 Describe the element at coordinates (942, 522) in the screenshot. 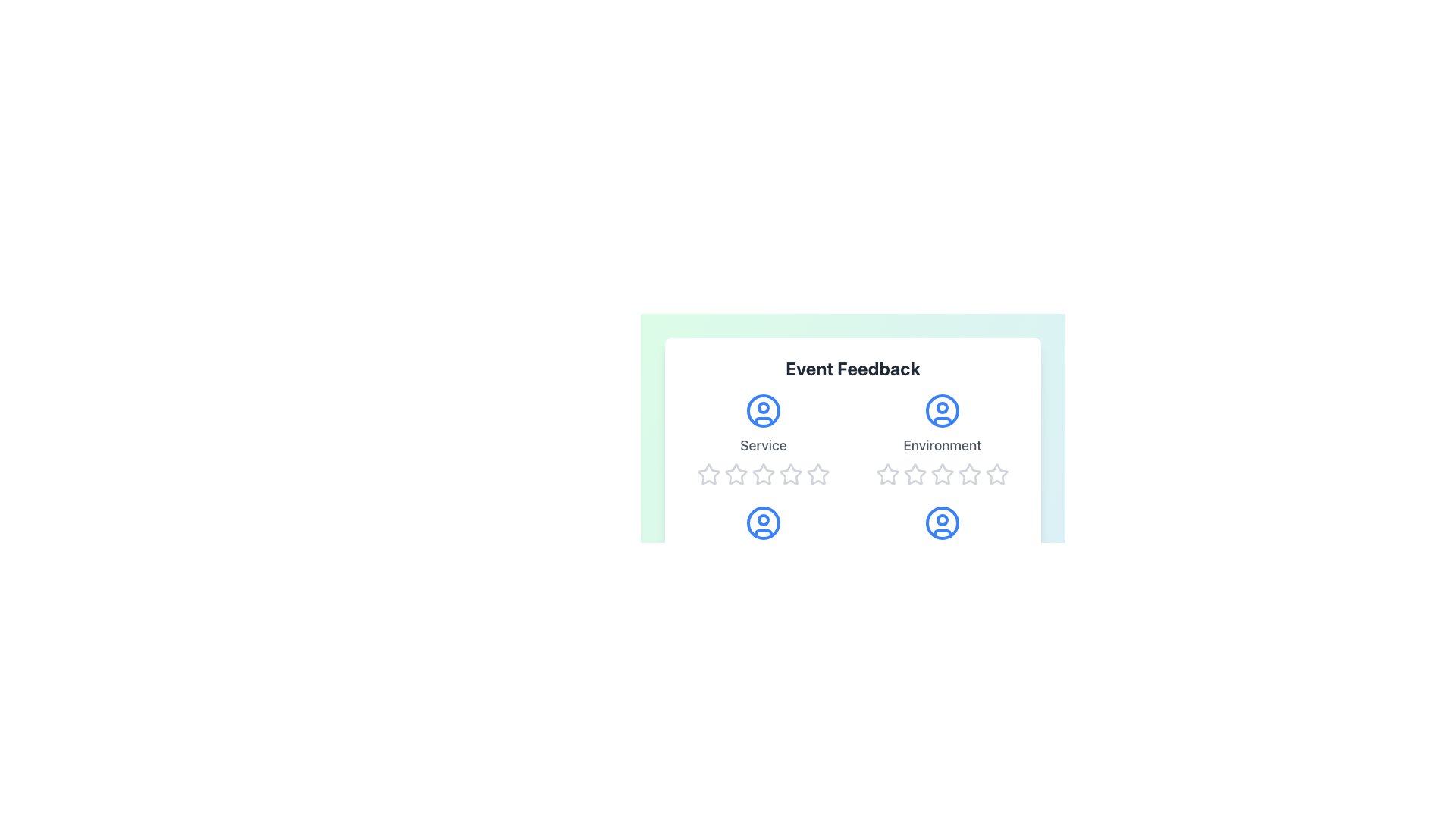

I see `the largest outer circle of the user avatar icon in the bottom-right corner of the feedback panel` at that location.